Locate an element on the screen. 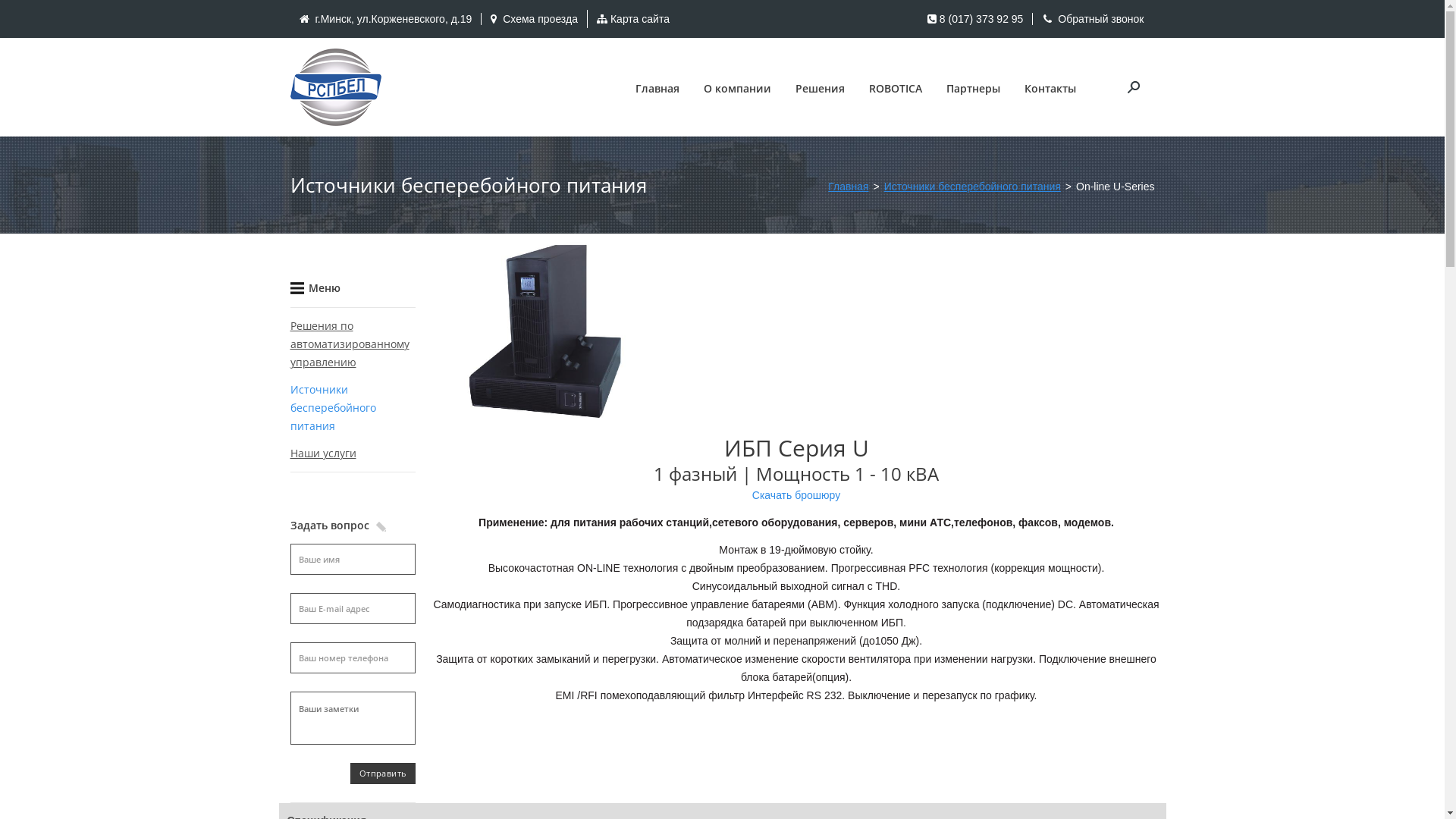 This screenshot has width=1456, height=819. 'ROBOTICA' is located at coordinates (895, 88).